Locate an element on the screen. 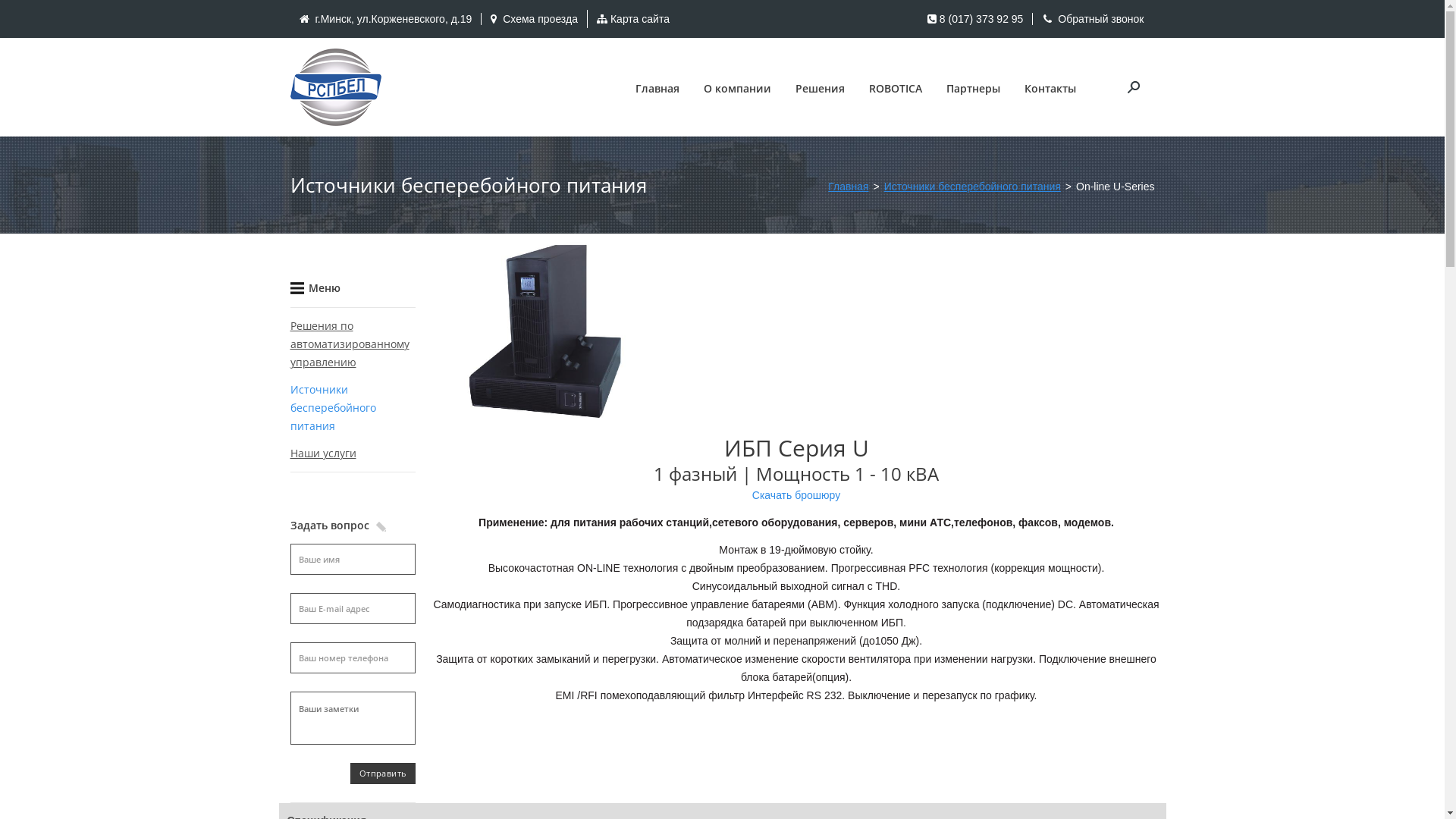 This screenshot has width=1456, height=819. 'ROBOTICA' is located at coordinates (895, 88).